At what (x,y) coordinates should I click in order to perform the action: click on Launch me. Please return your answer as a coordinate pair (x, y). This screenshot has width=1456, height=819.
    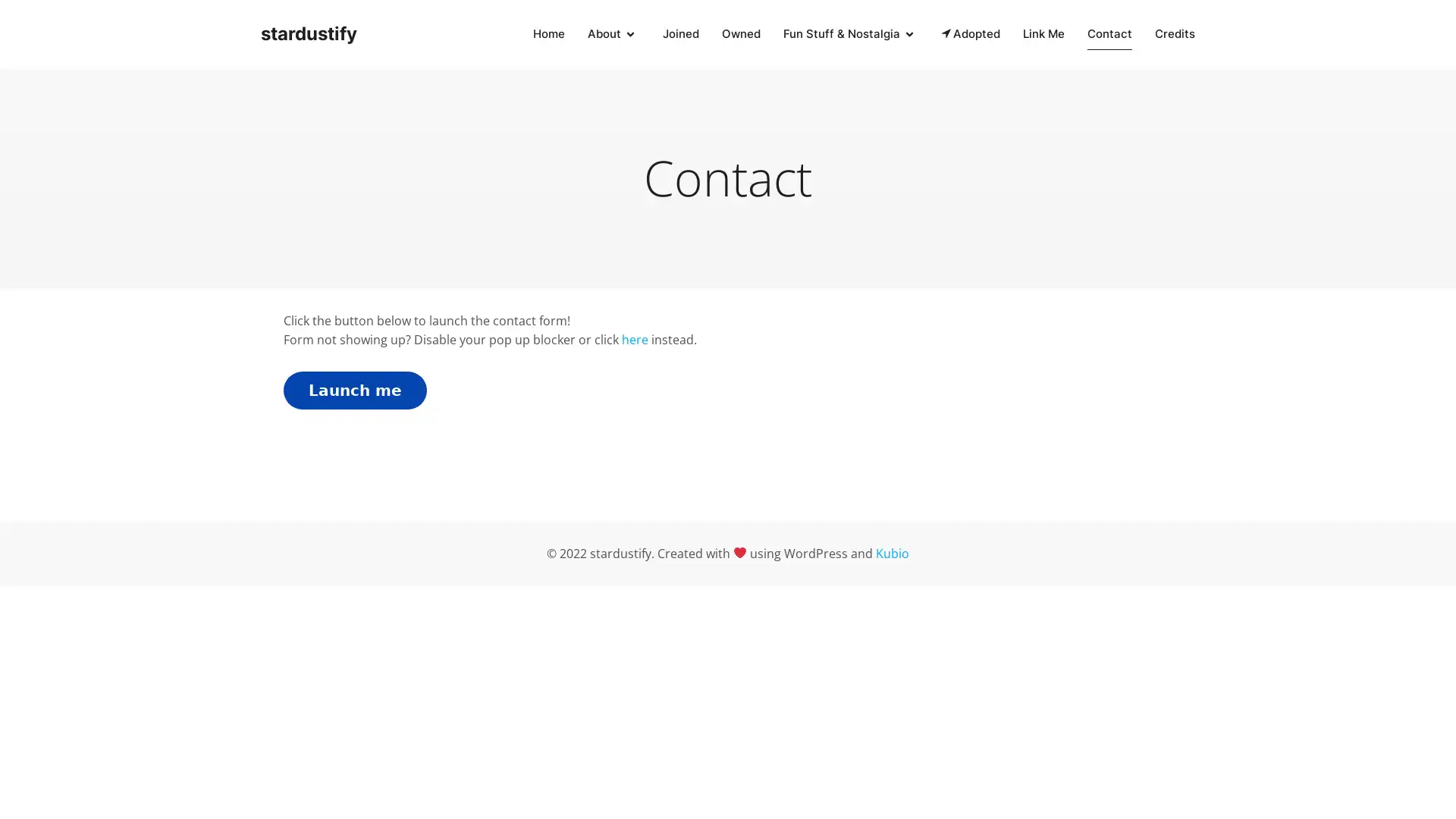
    Looking at the image, I should click on (354, 388).